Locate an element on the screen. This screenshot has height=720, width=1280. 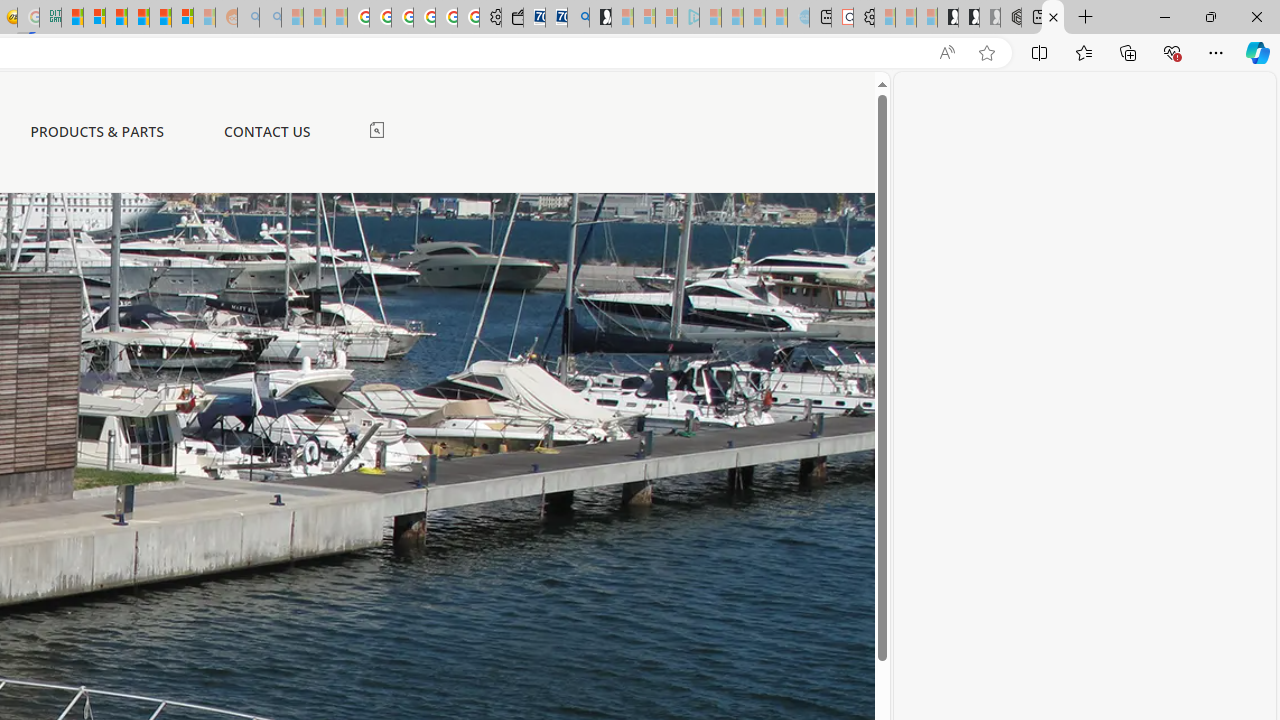
'Bing Real Estate - Home sales and rental listings' is located at coordinates (577, 17).